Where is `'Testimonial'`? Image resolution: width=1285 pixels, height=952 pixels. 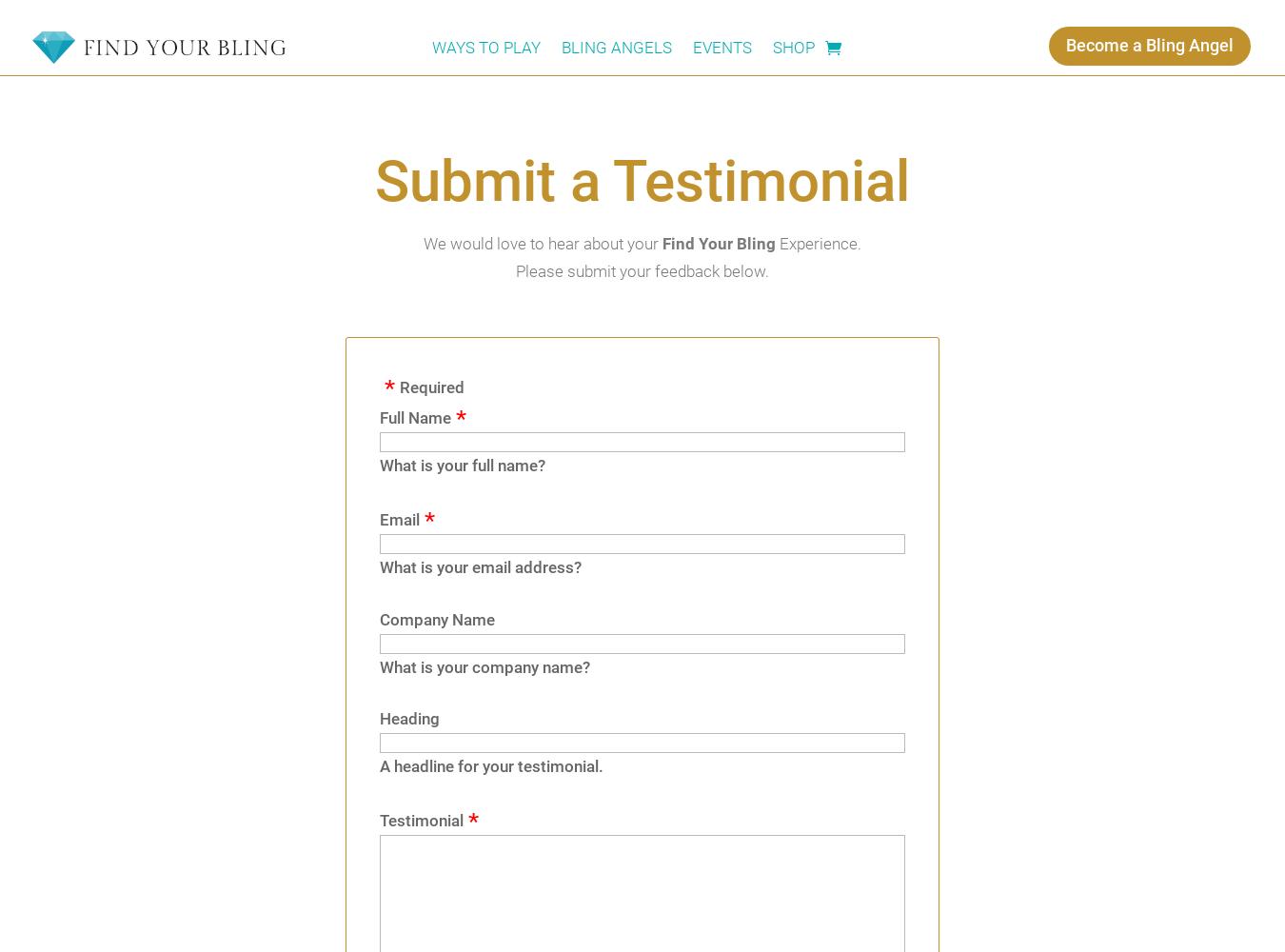
'Testimonial' is located at coordinates (420, 820).